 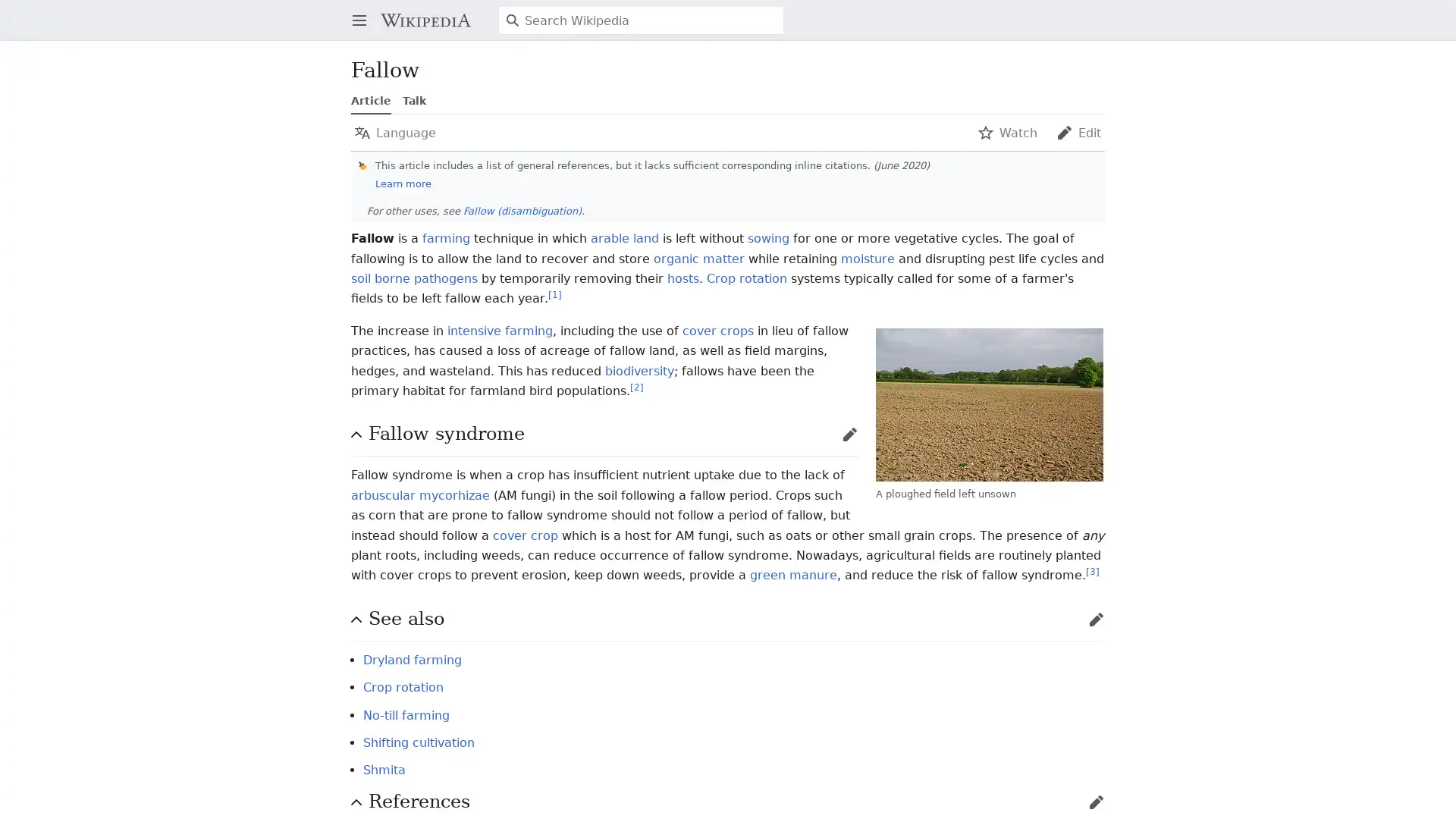 What do you see at coordinates (600, 435) in the screenshot?
I see `Fallow syndrome` at bounding box center [600, 435].